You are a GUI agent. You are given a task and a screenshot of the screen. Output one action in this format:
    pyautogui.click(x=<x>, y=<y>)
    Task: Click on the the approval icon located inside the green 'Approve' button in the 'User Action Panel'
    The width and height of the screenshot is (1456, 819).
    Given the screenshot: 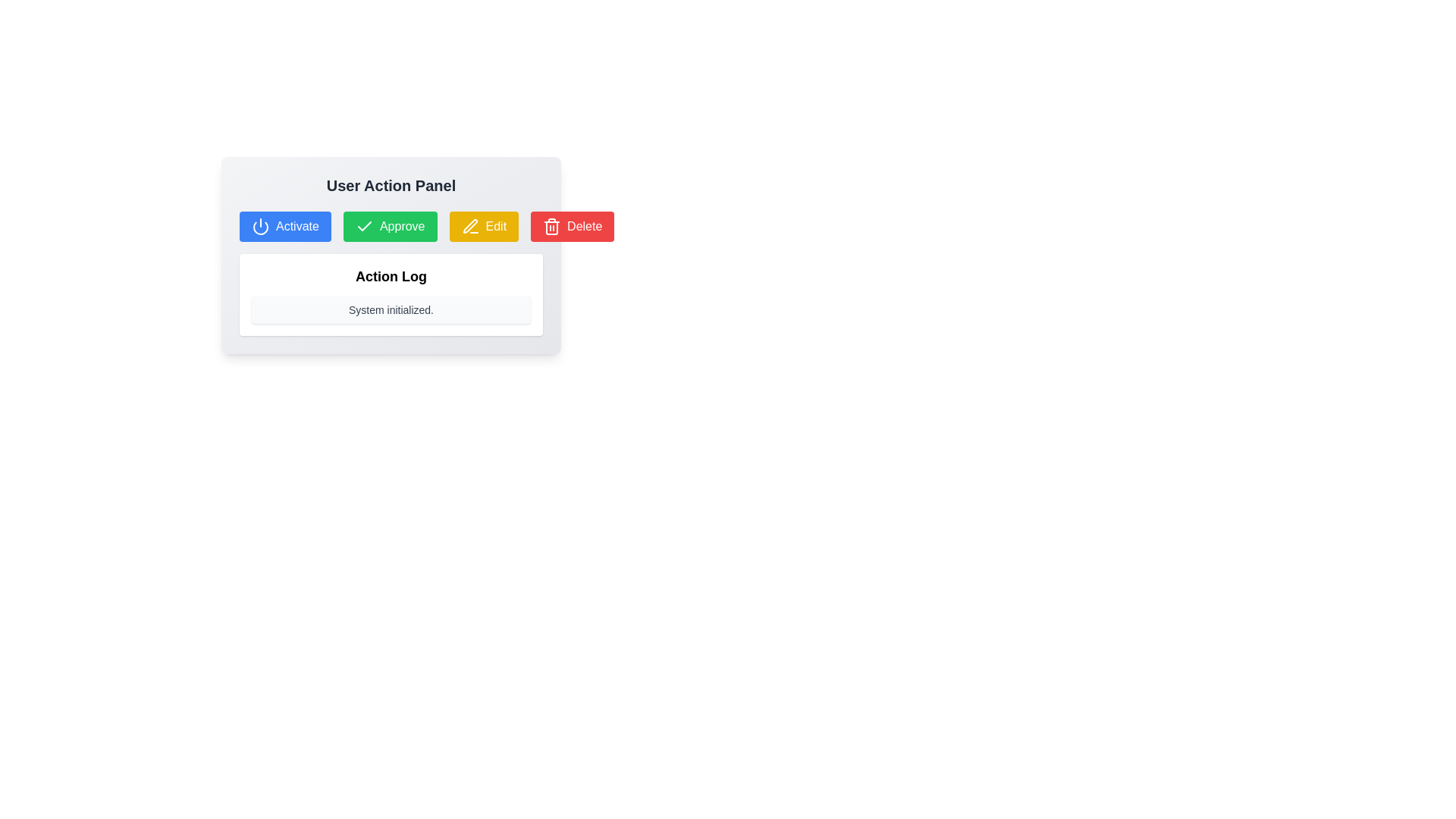 What is the action you would take?
    pyautogui.click(x=364, y=227)
    